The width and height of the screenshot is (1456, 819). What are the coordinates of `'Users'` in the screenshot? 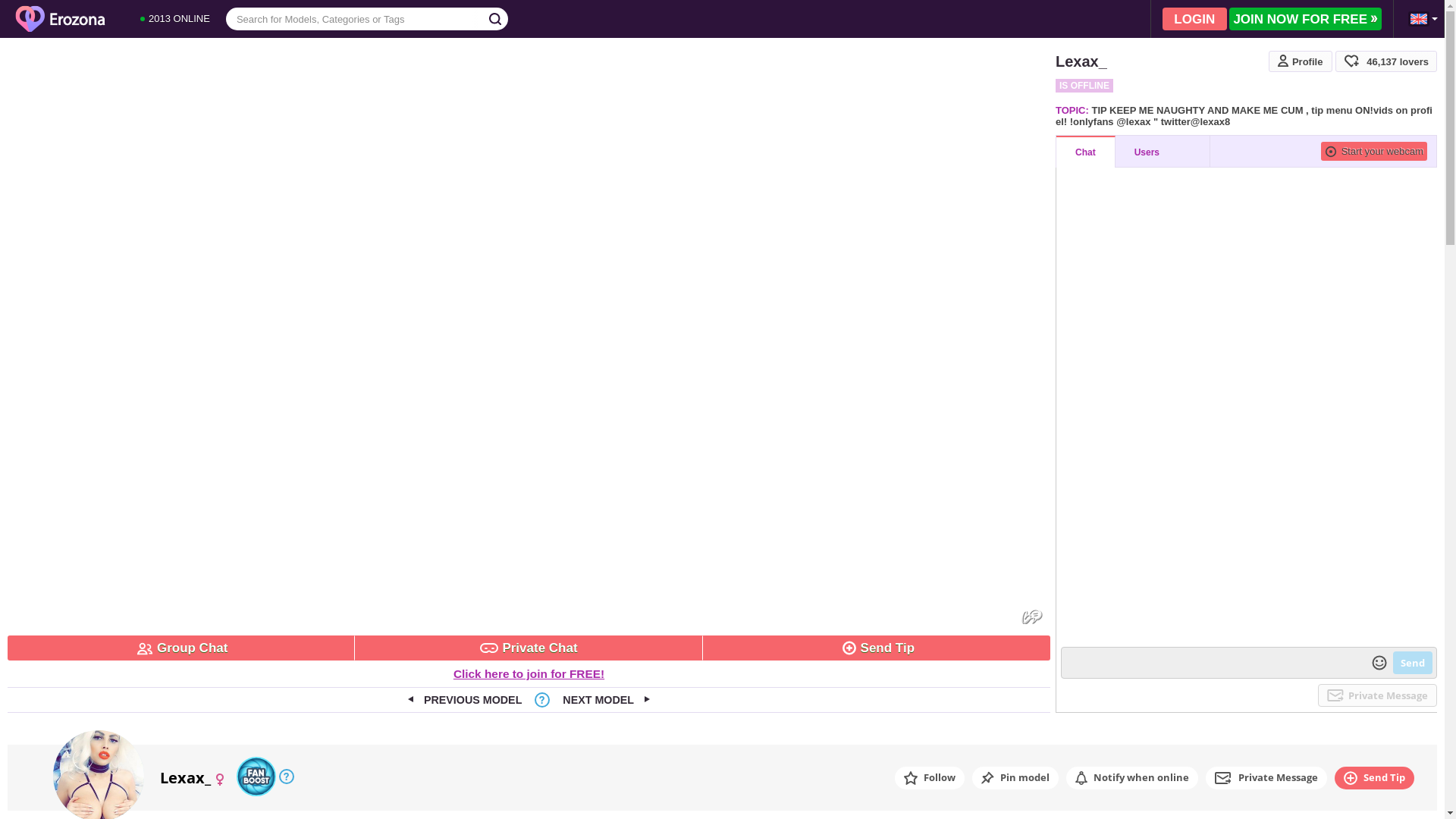 It's located at (1162, 152).